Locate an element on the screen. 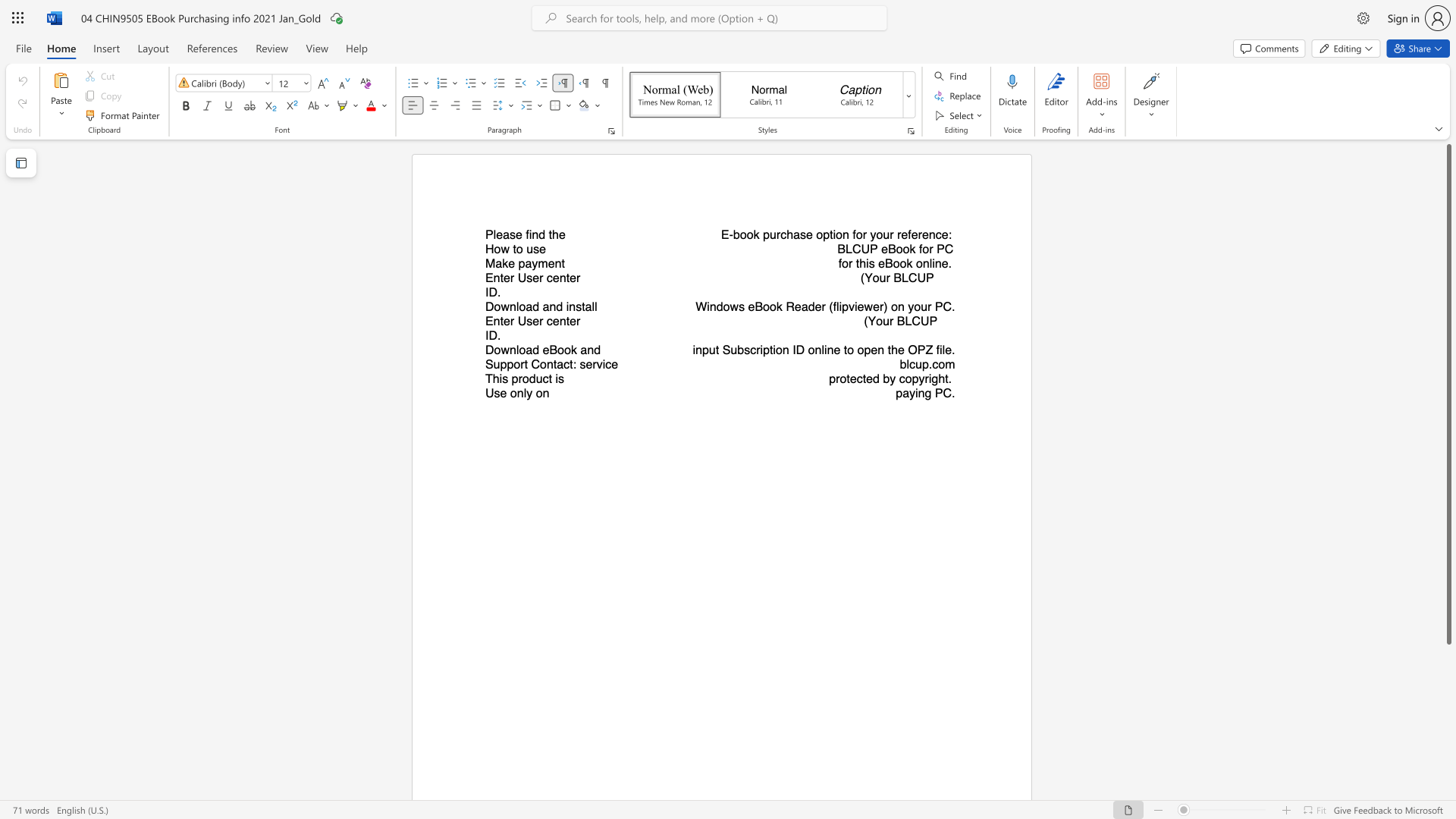  the subset text "(Y" within the text "(Your BLCUP ID." is located at coordinates (864, 320).